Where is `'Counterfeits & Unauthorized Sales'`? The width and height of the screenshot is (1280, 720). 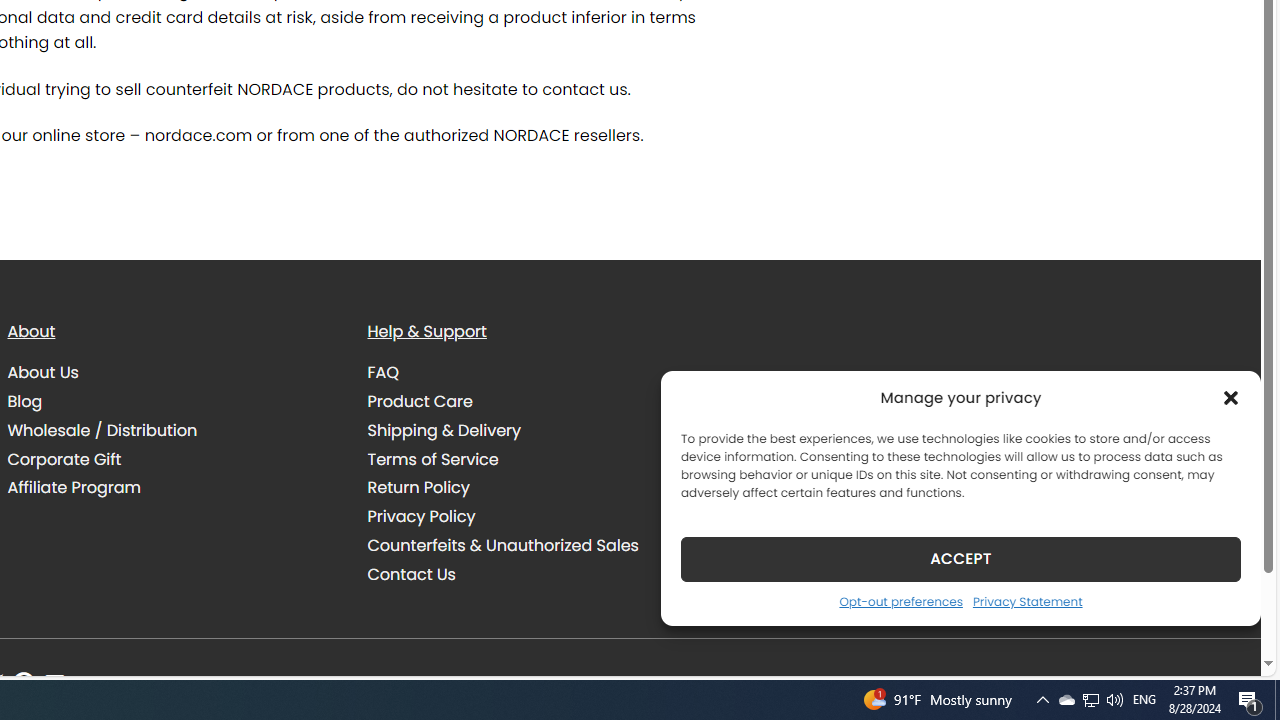 'Counterfeits & Unauthorized Sales' is located at coordinates (503, 545).